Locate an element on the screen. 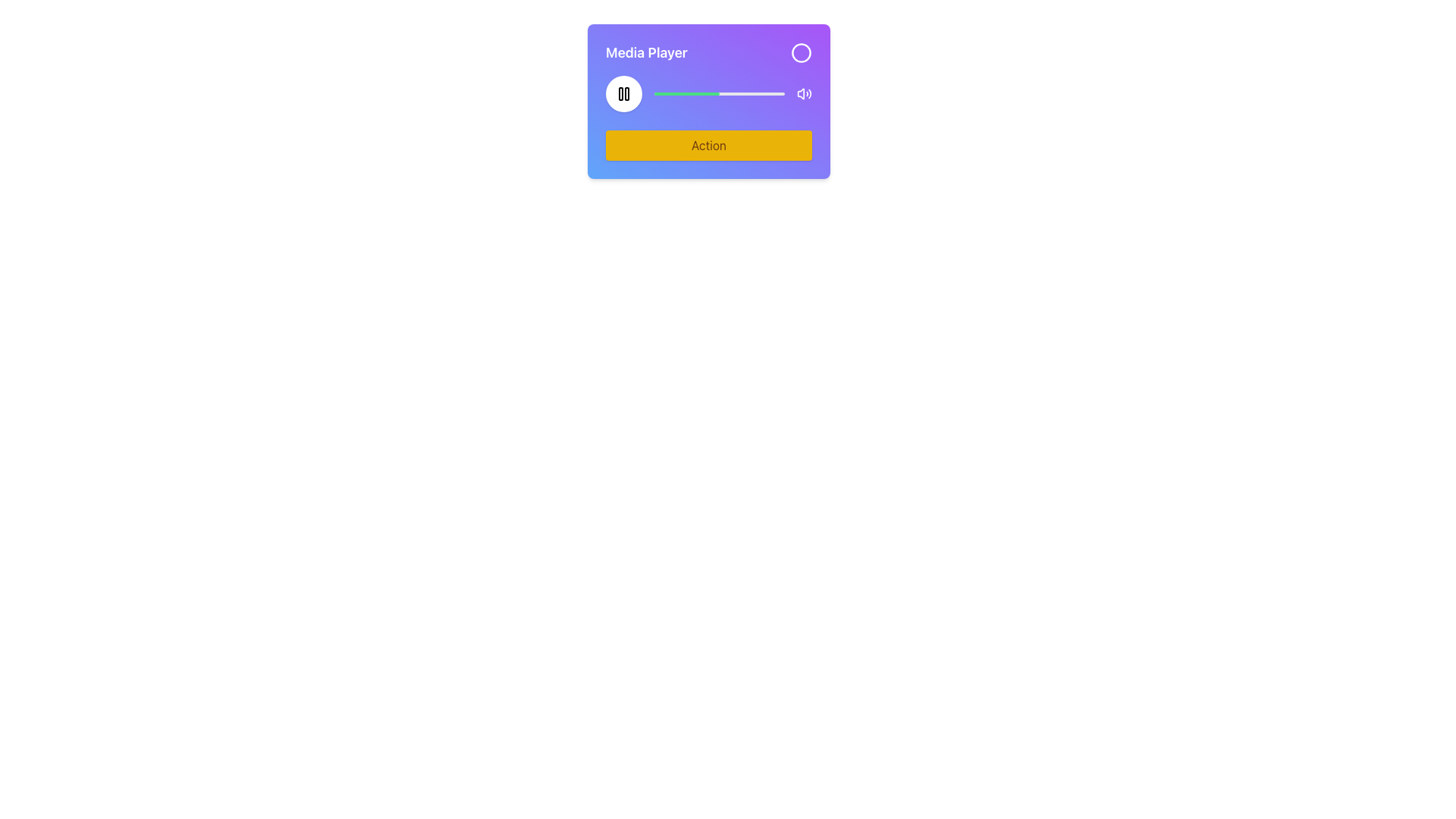 Image resolution: width=1456 pixels, height=819 pixels. audio volume icon's outer wave graphic element, which is a curved line styled as an arc representing sound waves, located in the top-right section of the media player interface is located at coordinates (809, 93).